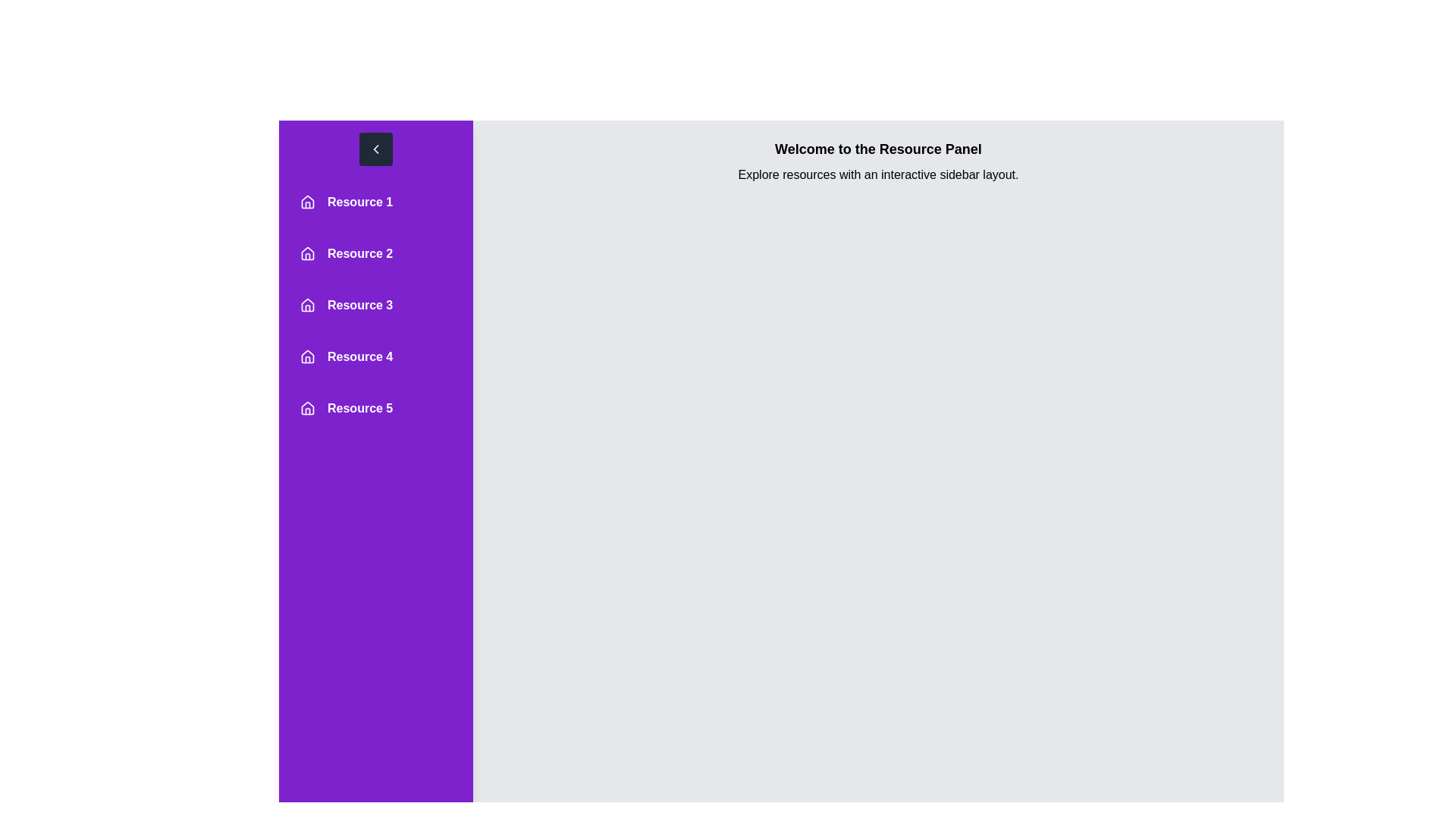  I want to click on the resource entry corresponding to Resource 1, so click(375, 201).